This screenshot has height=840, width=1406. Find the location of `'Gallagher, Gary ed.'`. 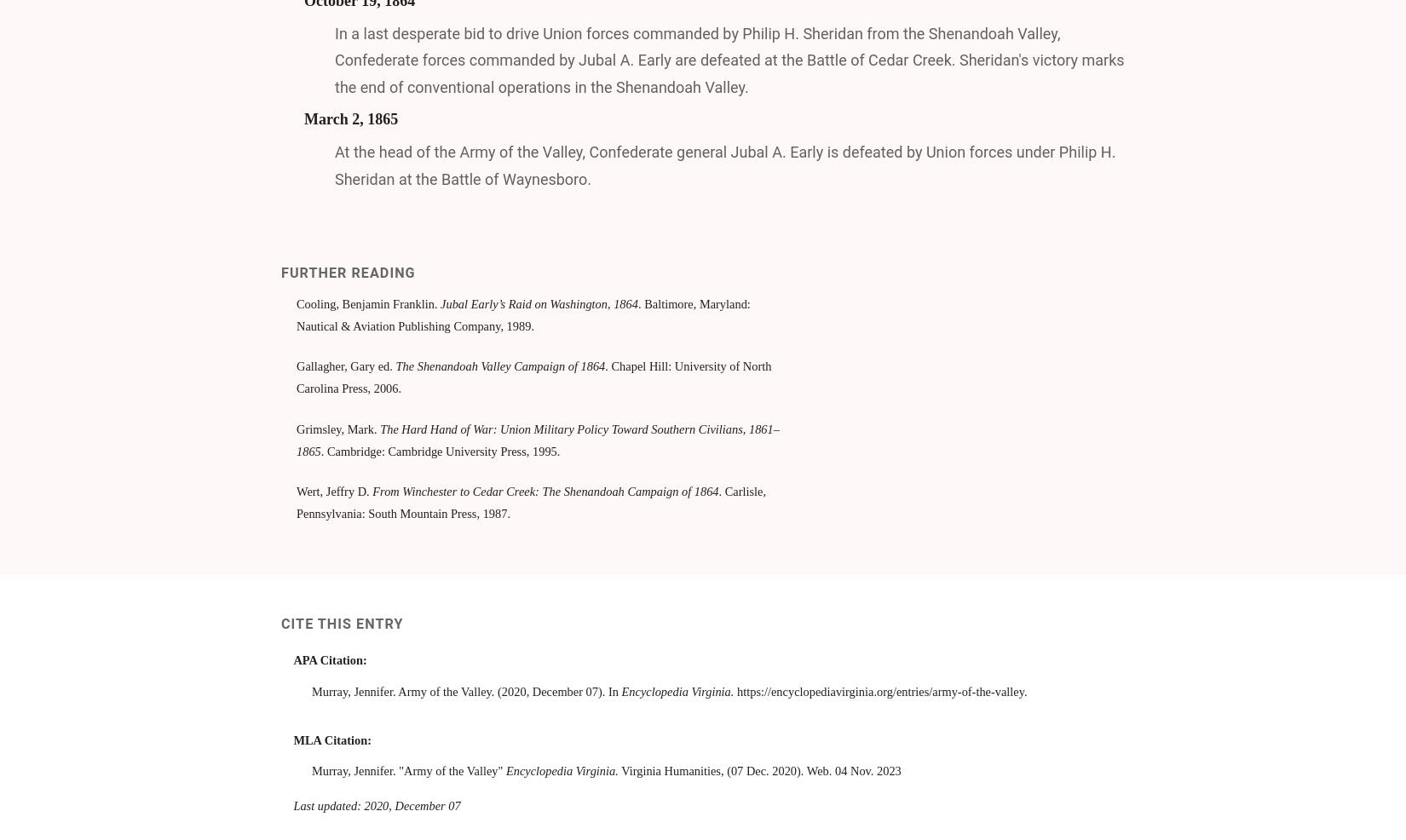

'Gallagher, Gary ed.' is located at coordinates (346, 365).